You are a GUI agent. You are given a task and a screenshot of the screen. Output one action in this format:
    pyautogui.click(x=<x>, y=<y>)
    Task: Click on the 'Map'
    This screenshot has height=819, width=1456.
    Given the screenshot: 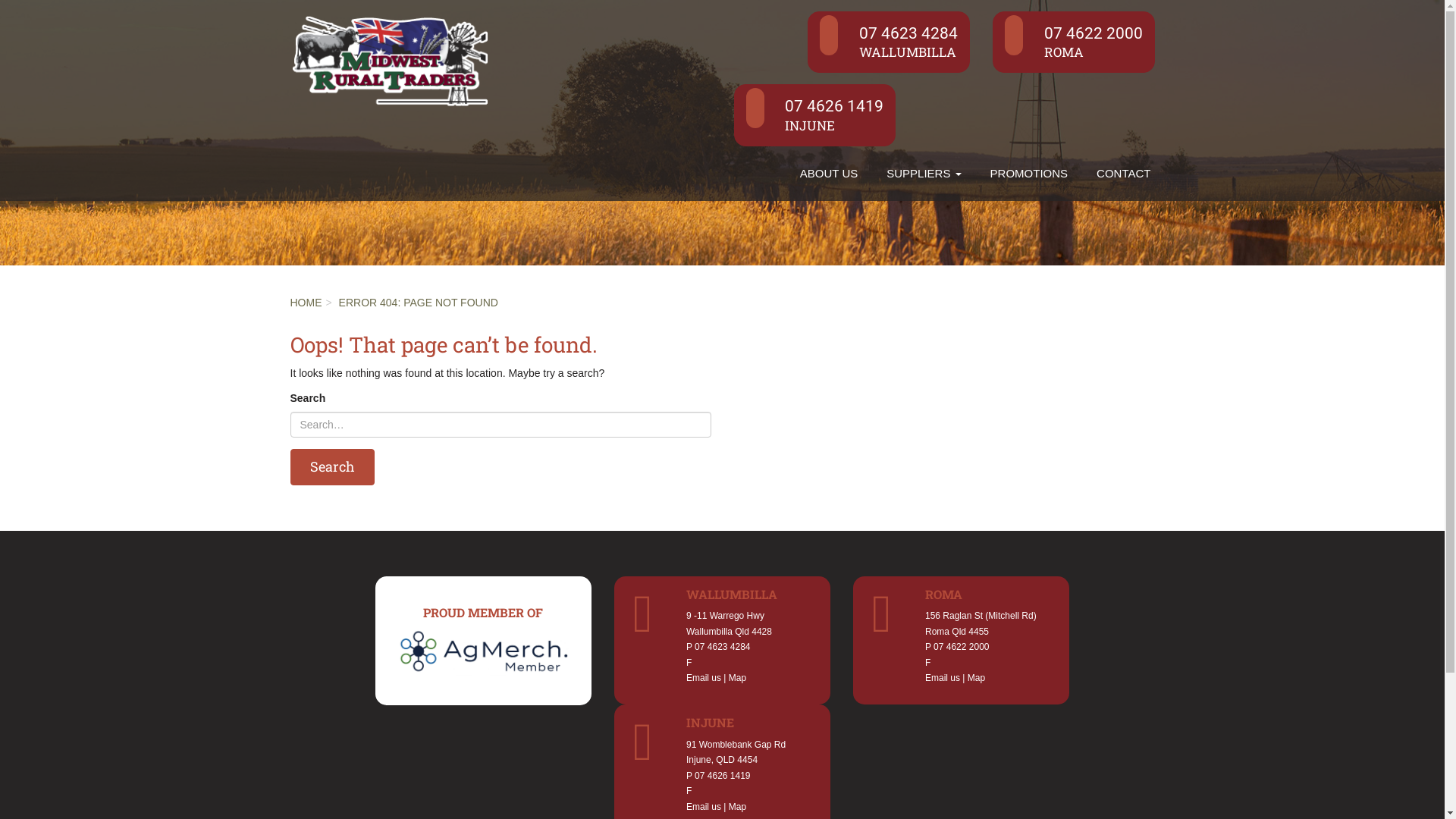 What is the action you would take?
    pyautogui.click(x=976, y=677)
    